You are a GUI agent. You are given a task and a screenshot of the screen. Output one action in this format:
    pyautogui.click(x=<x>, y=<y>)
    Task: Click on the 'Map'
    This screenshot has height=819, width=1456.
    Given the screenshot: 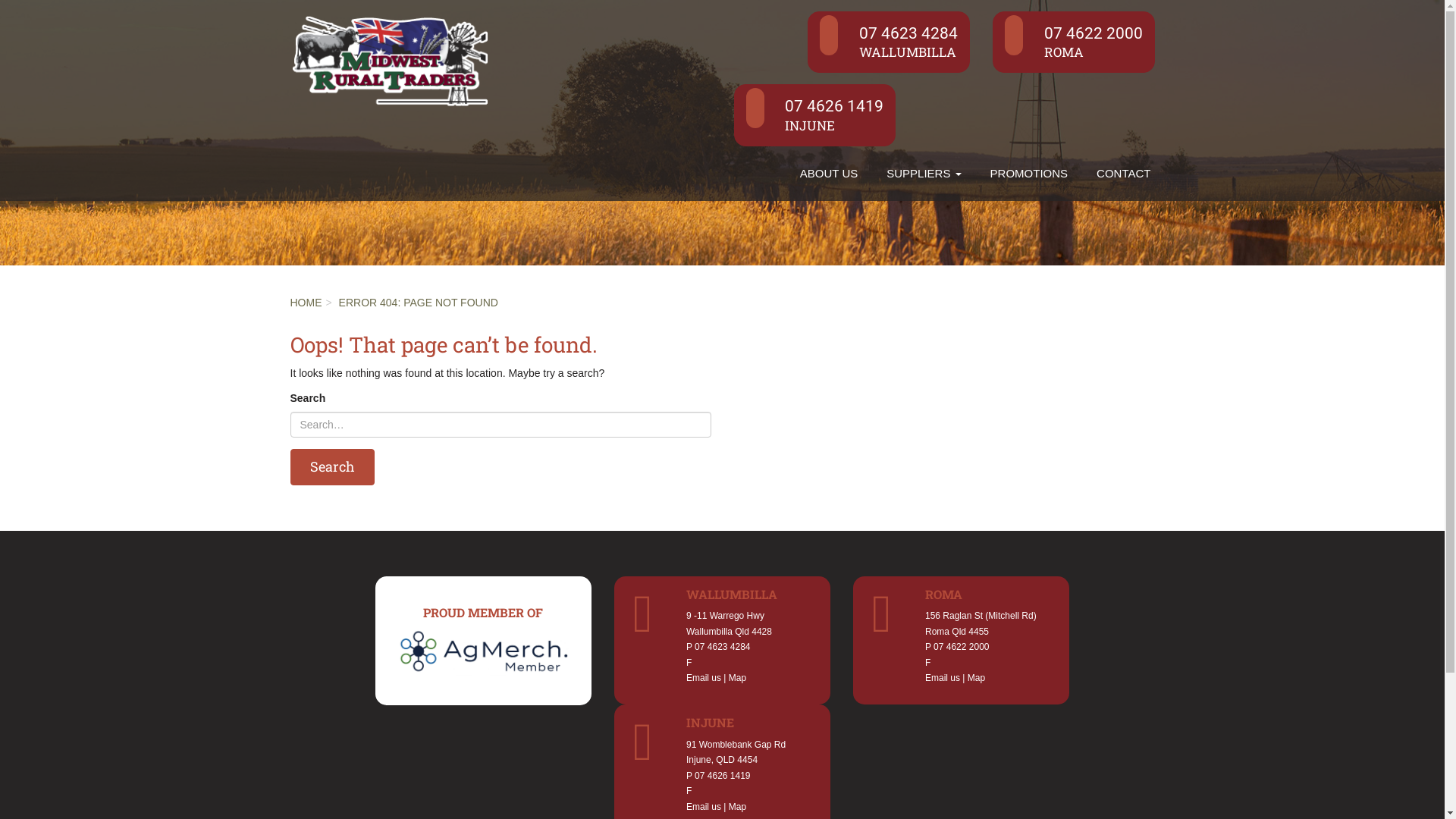 What is the action you would take?
    pyautogui.click(x=976, y=677)
    